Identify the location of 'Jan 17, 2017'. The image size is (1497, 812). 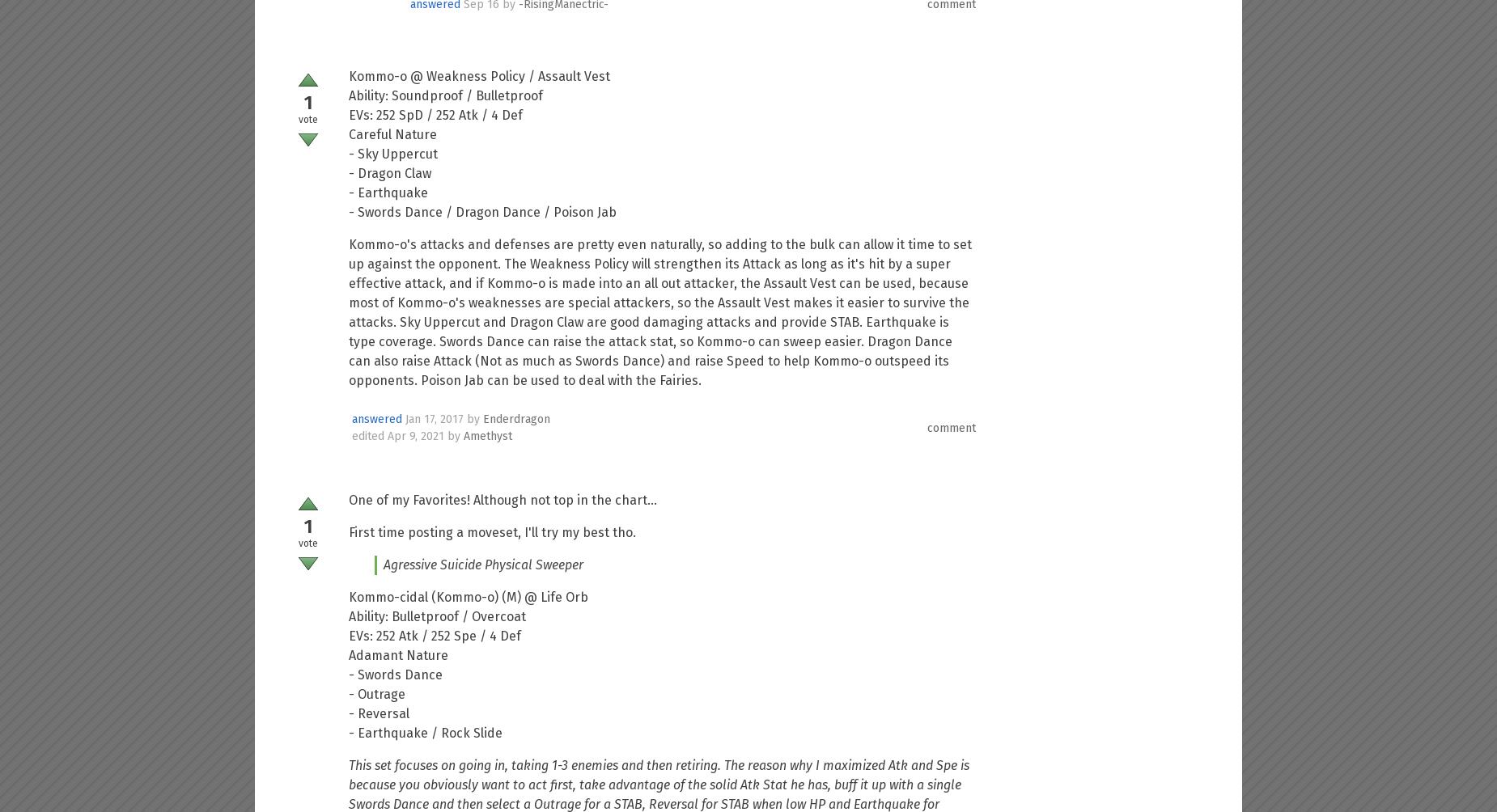
(435, 419).